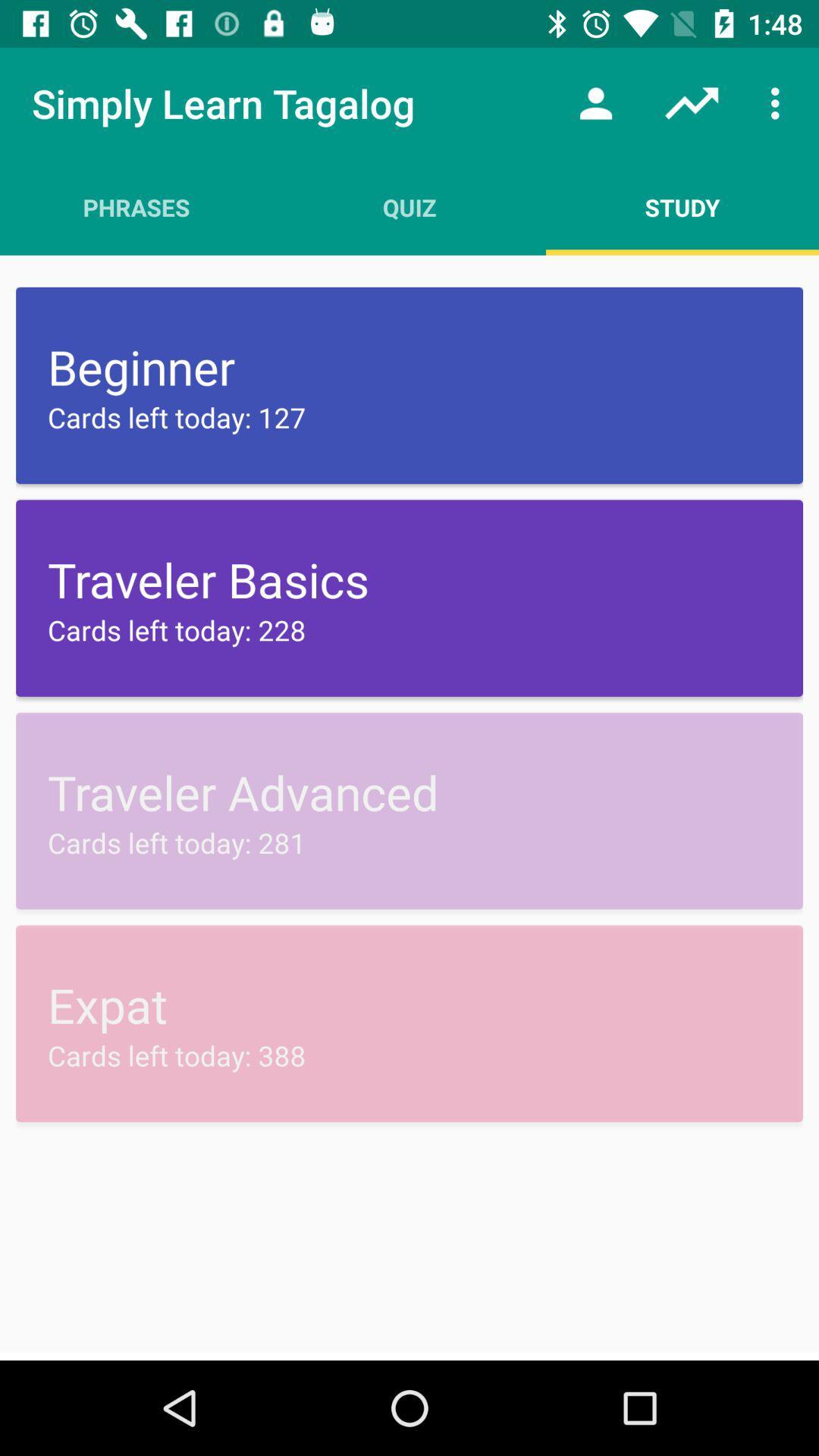 The width and height of the screenshot is (819, 1456). I want to click on item next to quiz app, so click(681, 206).